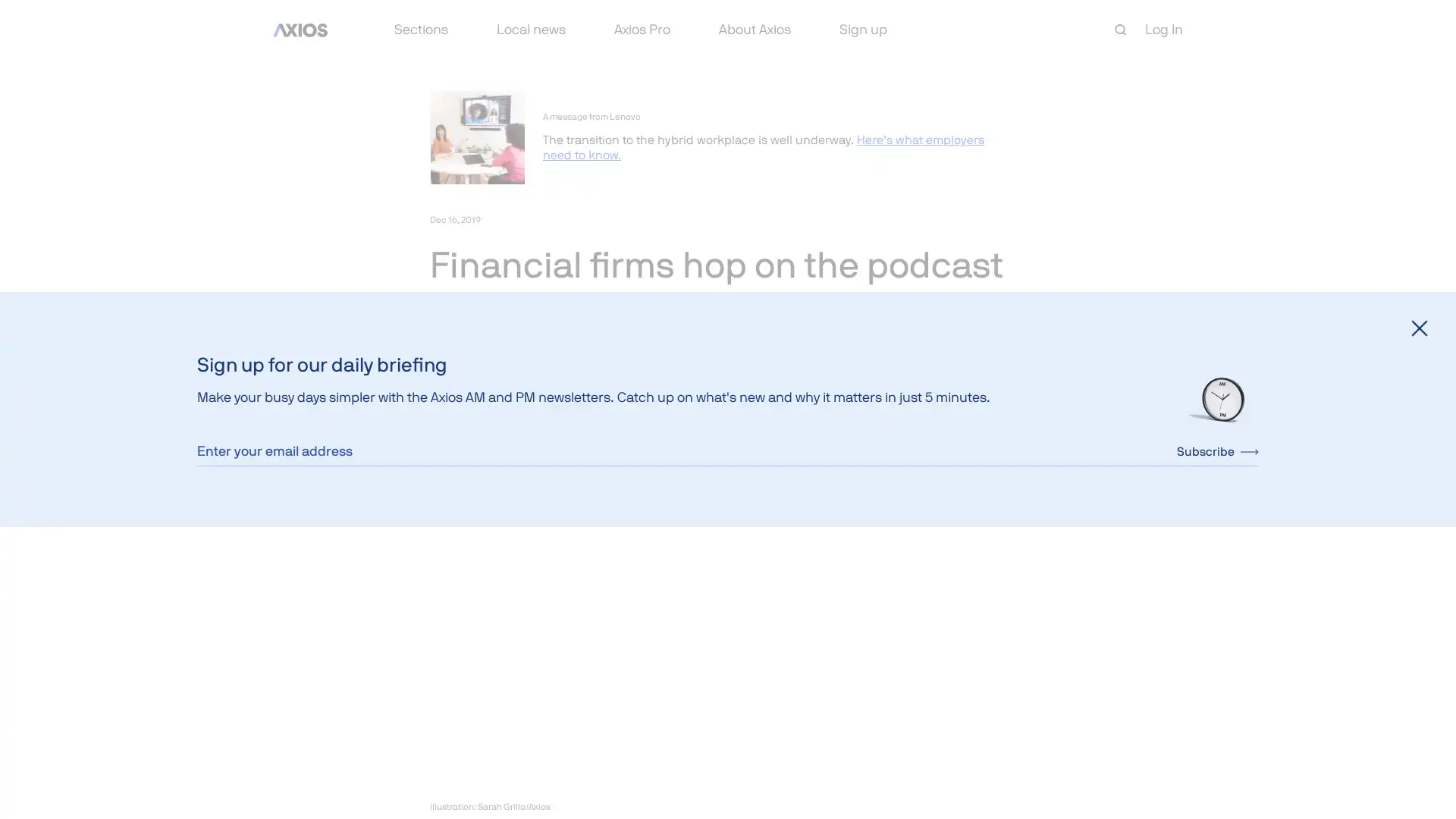 This screenshot has height=819, width=1456. I want to click on linkedin, so click(513, 412).